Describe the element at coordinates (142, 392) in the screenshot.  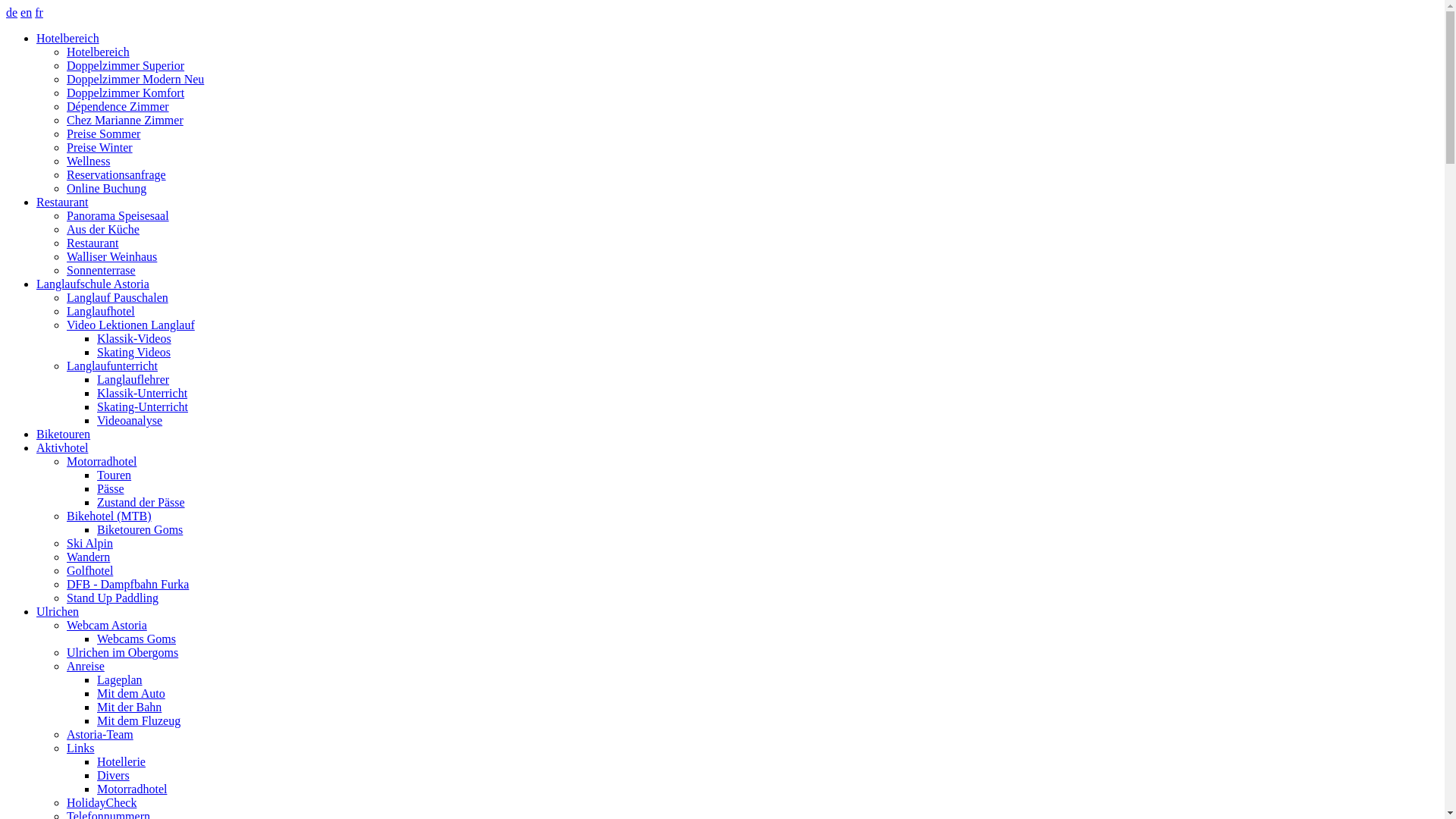
I see `'Klassik-Unterricht'` at that location.